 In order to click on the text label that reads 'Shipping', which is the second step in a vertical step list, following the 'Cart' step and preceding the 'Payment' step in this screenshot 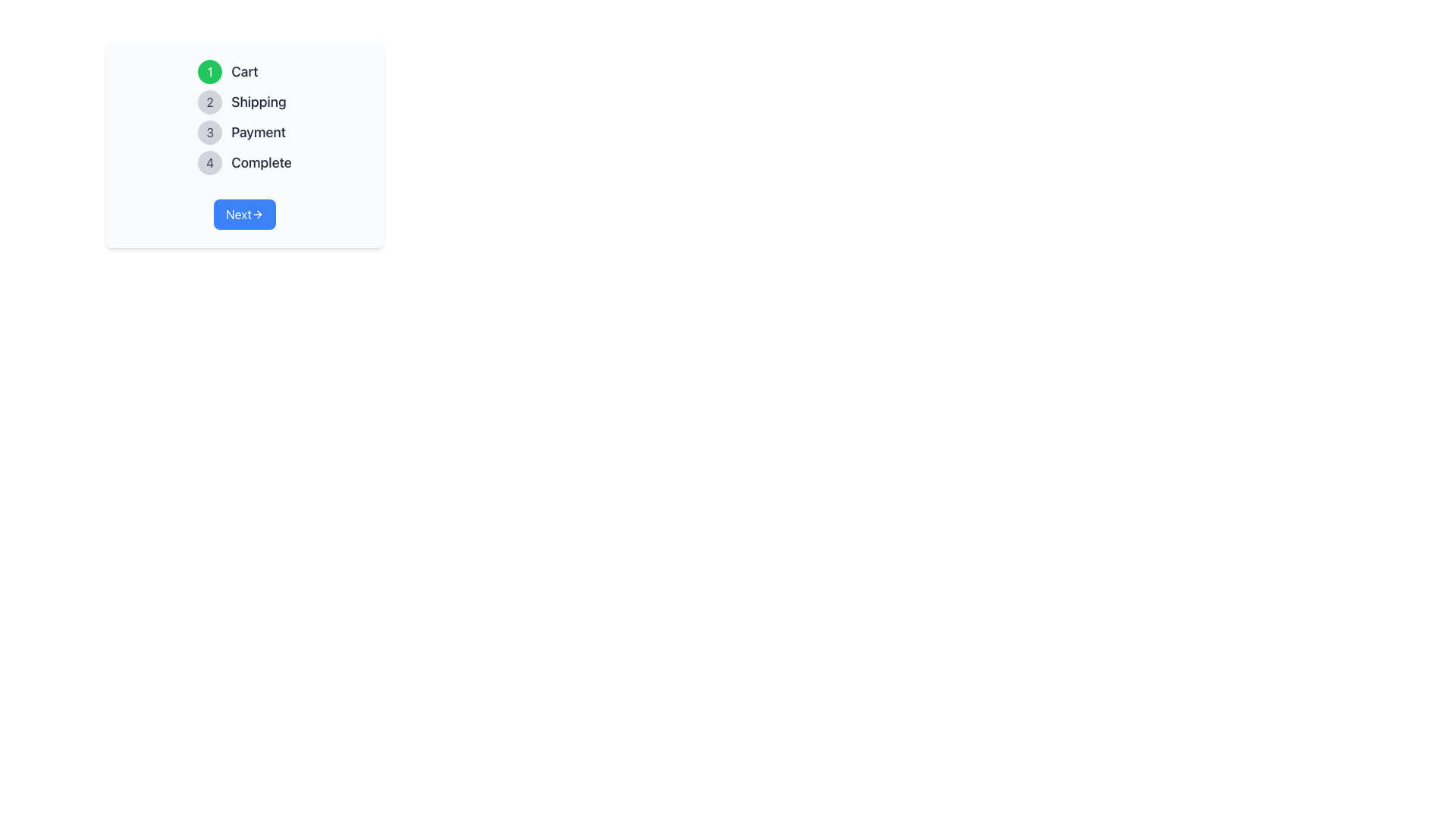, I will do `click(259, 102)`.